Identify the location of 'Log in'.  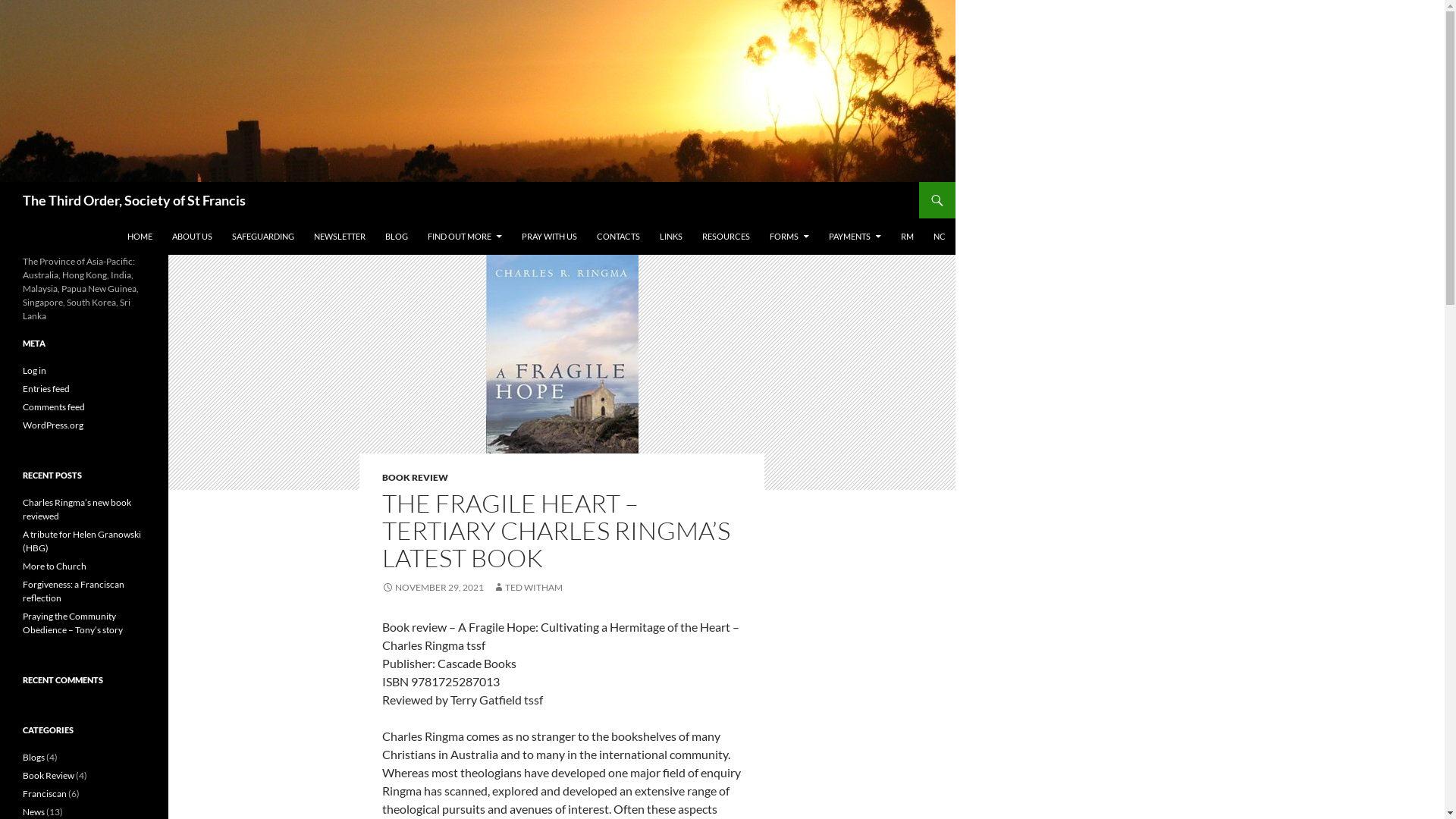
(34, 370).